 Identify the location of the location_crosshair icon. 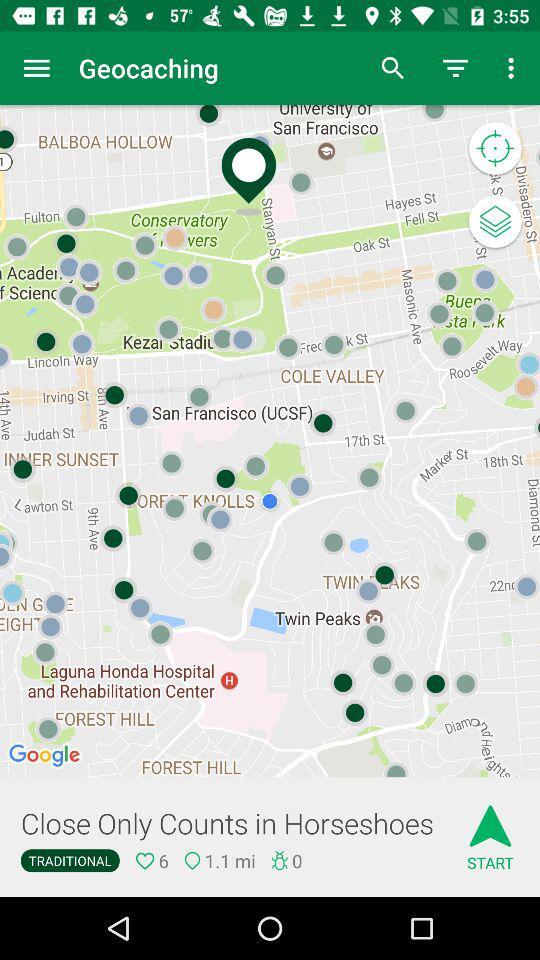
(494, 148).